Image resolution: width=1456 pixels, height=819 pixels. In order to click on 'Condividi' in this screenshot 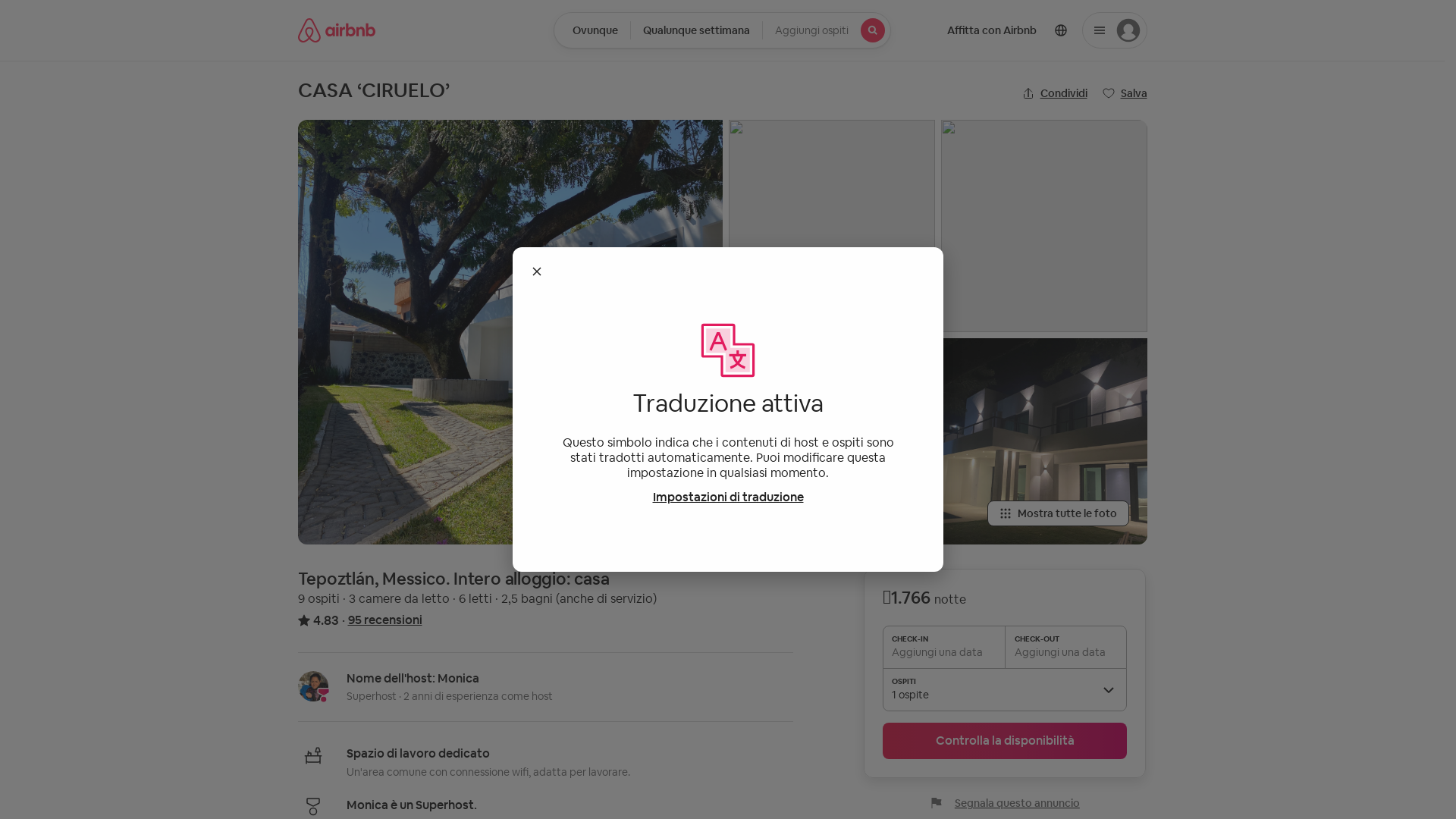, I will do `click(1054, 93)`.